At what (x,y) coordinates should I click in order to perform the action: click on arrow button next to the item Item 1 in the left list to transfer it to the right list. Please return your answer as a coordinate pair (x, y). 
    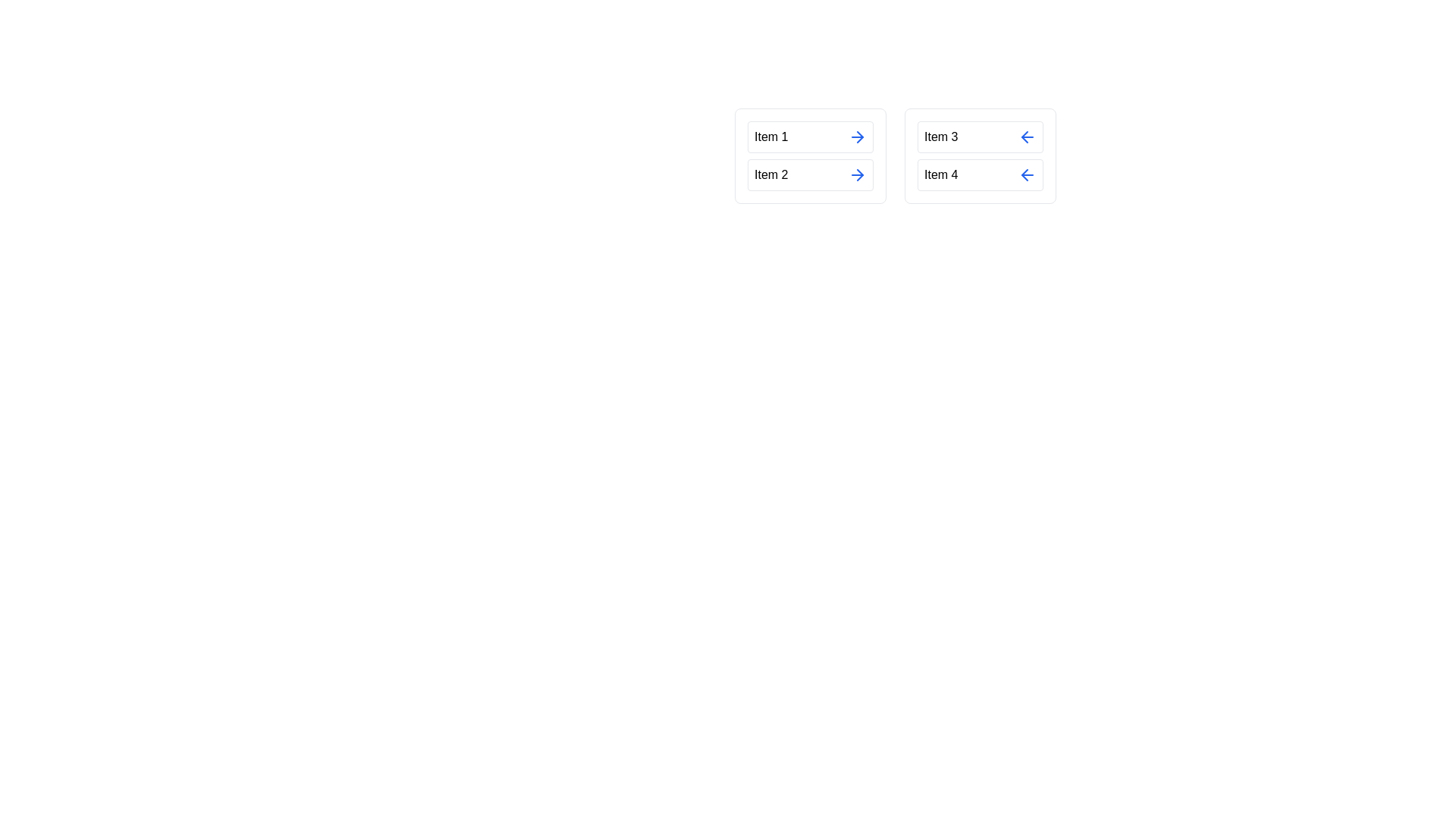
    Looking at the image, I should click on (858, 137).